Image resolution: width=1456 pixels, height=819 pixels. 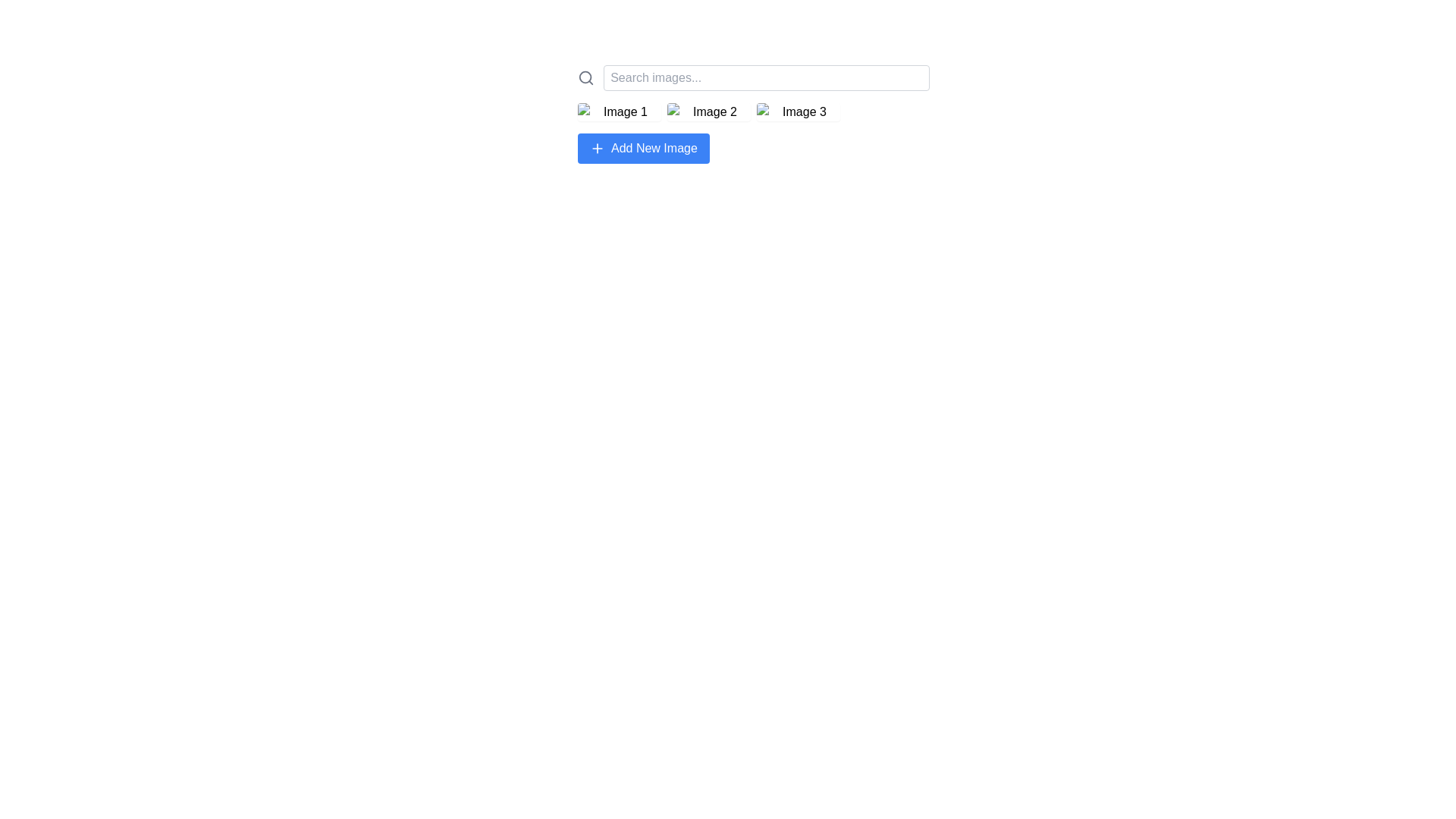 I want to click on to select the second item in the image gallery labeled 'Image 2', so click(x=708, y=111).